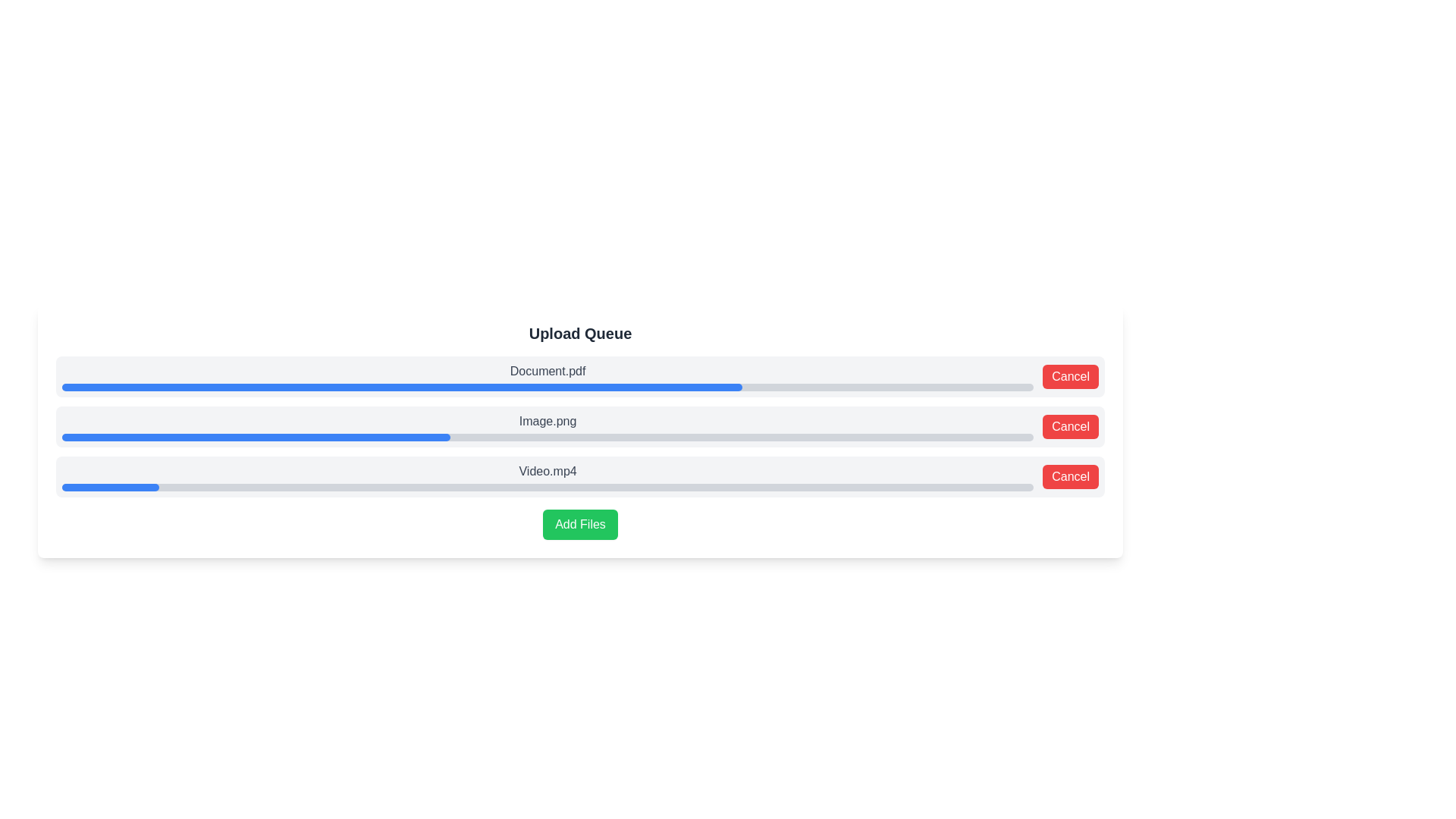  I want to click on the label displaying the name of the file being uploaded, which is positioned above the progress bars and to the left of the 'Cancel' button, so click(547, 376).